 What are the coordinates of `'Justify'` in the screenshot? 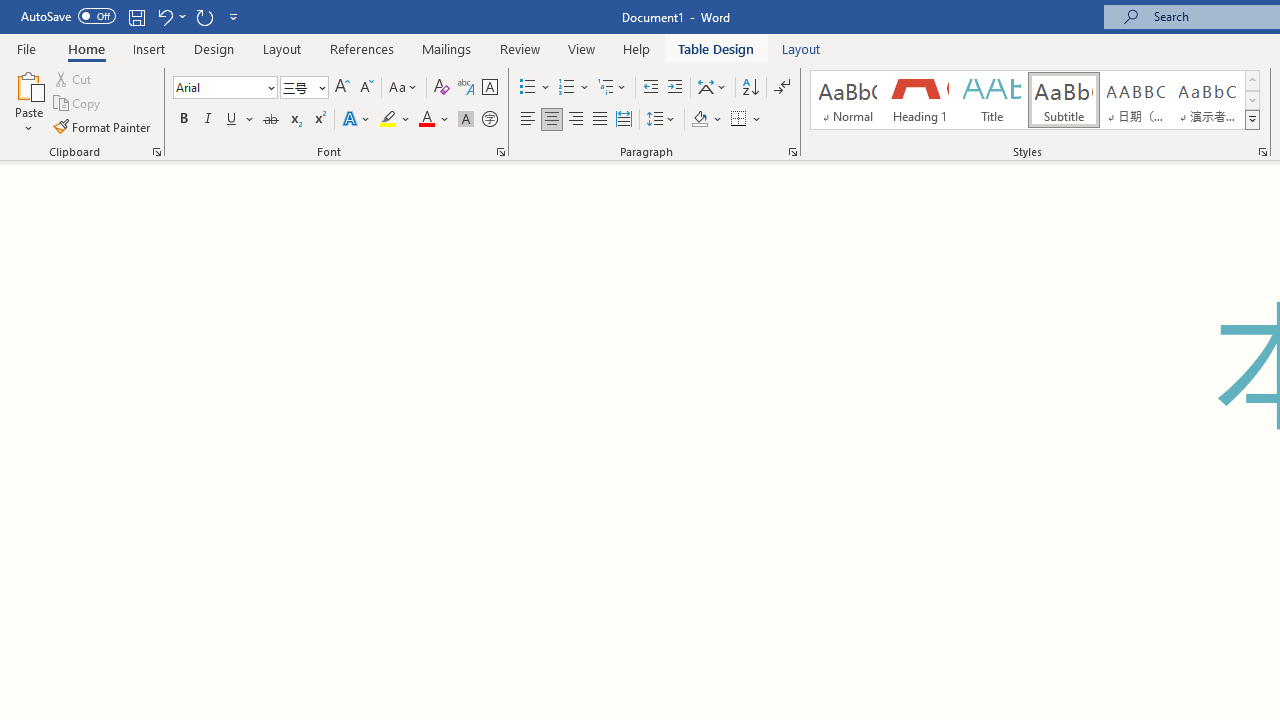 It's located at (598, 119).